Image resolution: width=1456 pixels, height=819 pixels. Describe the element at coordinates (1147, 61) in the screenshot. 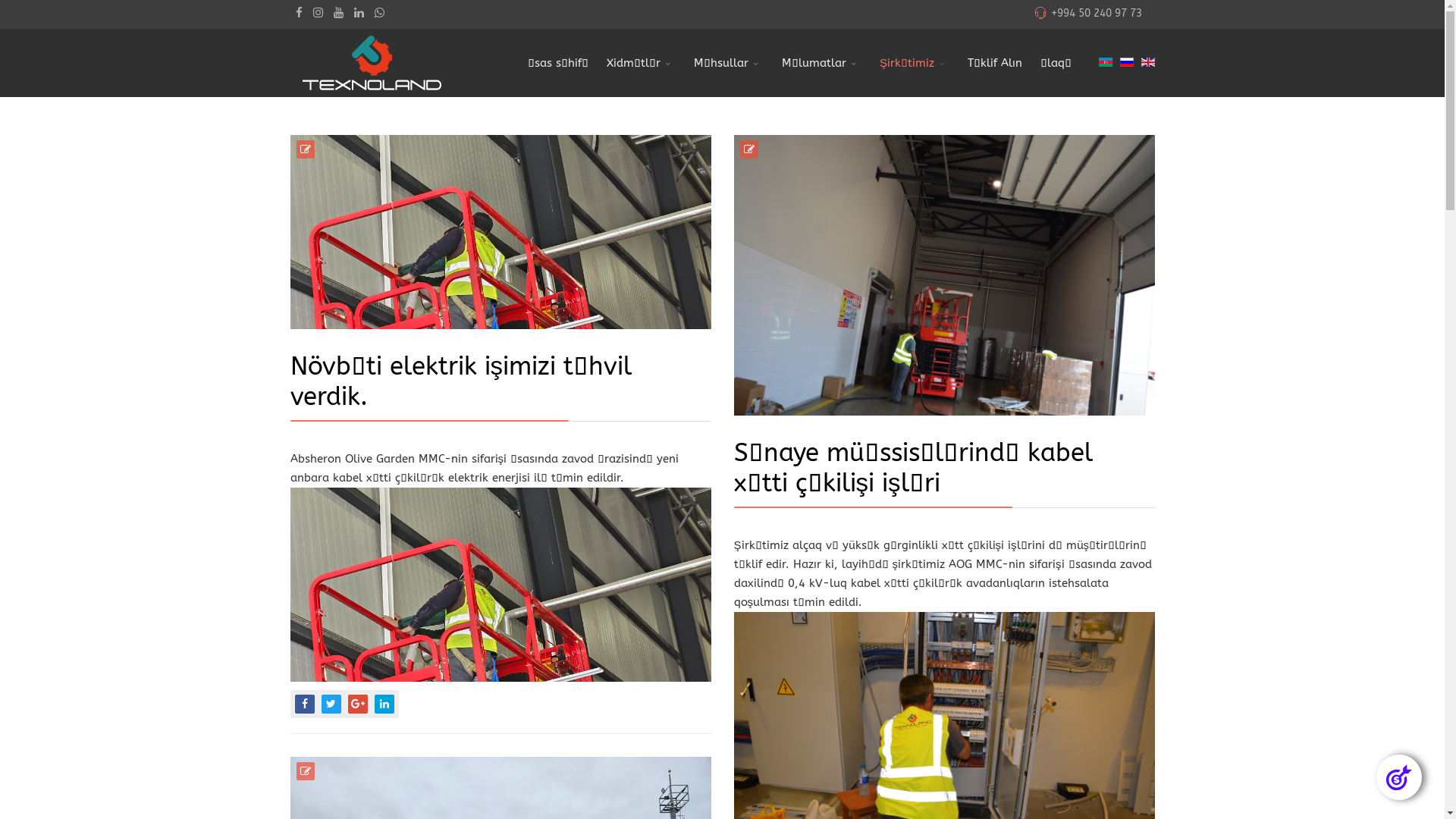

I see `'English (UK)'` at that location.